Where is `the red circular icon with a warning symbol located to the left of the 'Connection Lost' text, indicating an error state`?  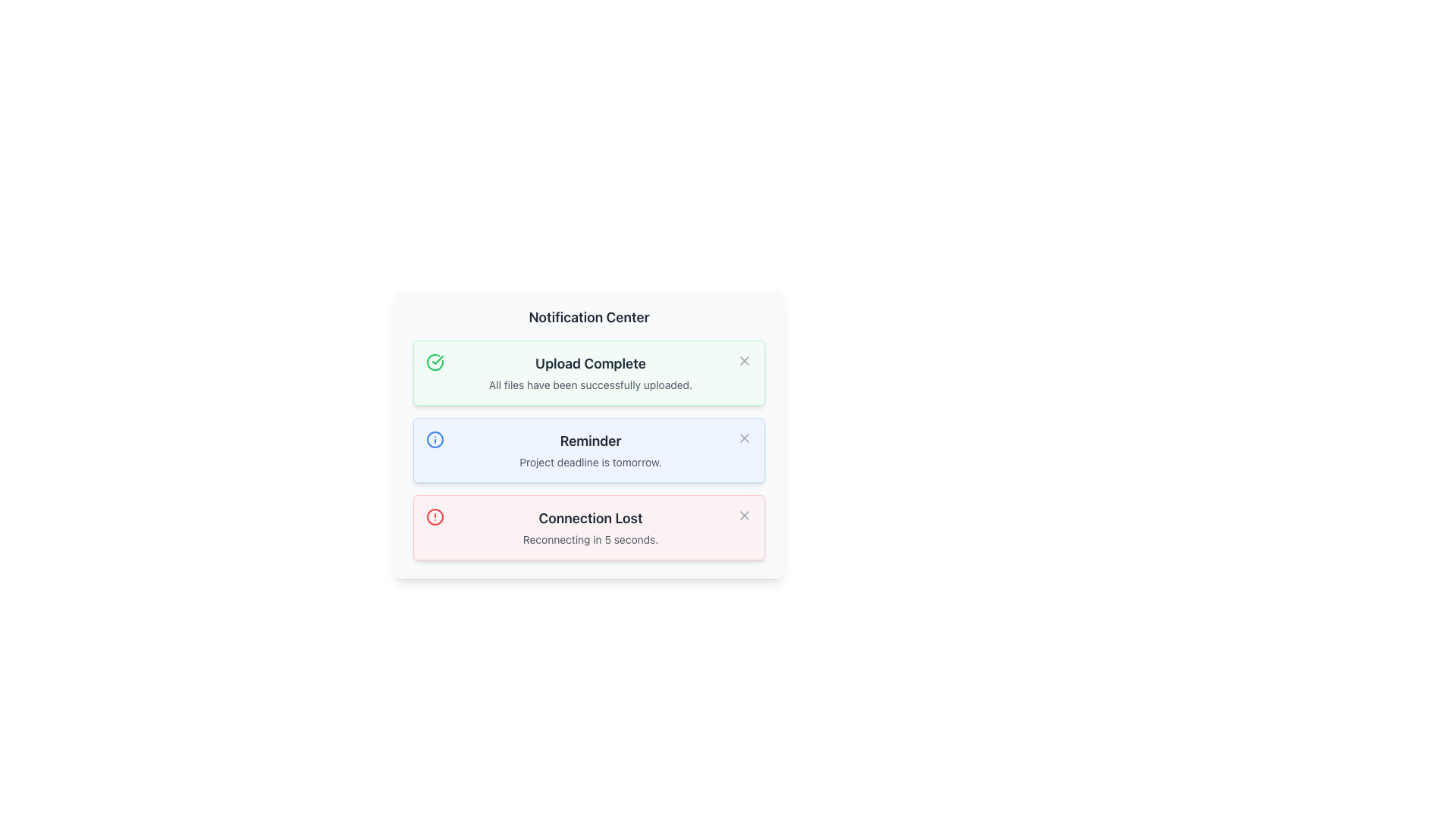 the red circular icon with a warning symbol located to the left of the 'Connection Lost' text, indicating an error state is located at coordinates (435, 516).